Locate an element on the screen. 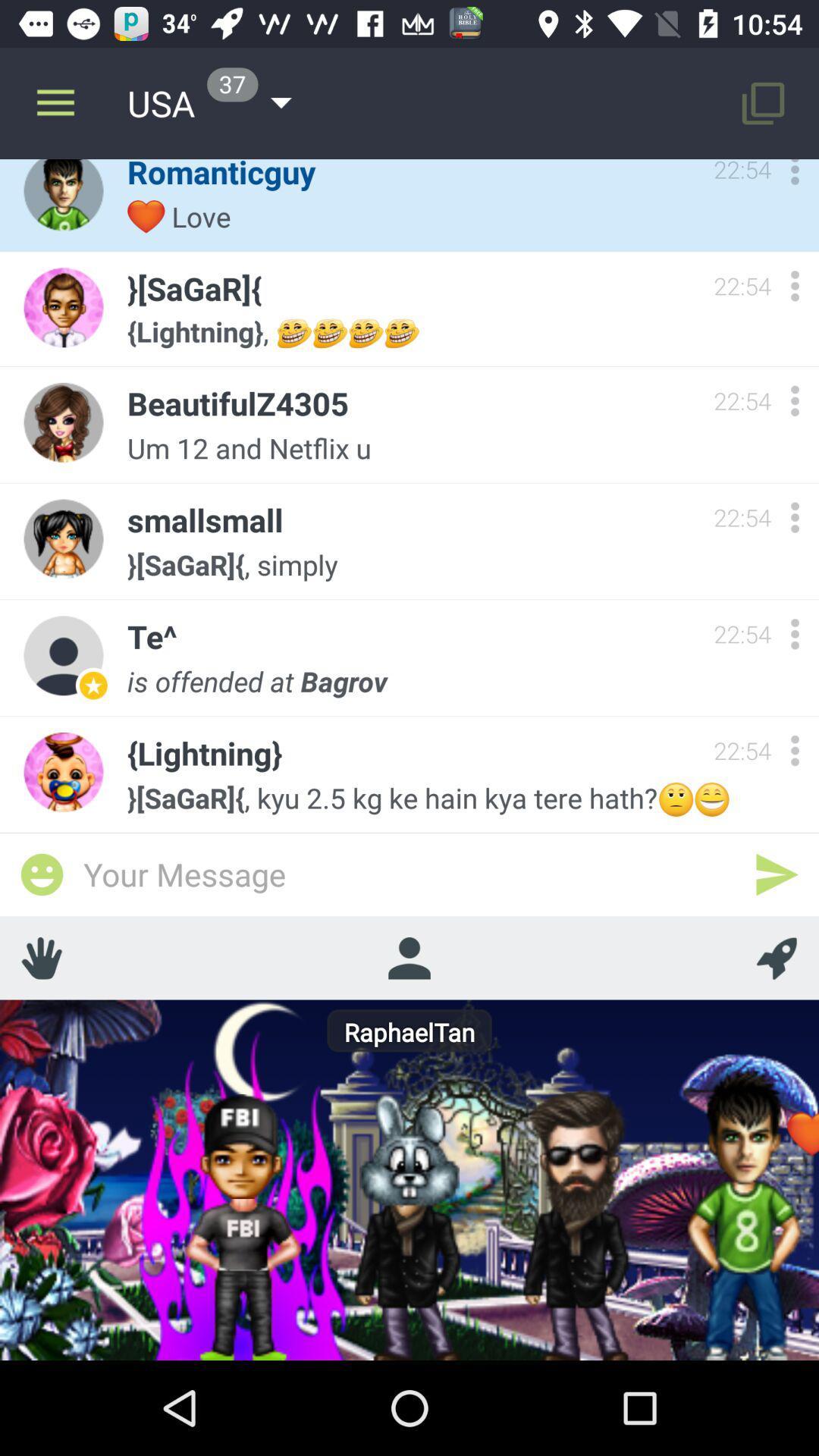 The image size is (819, 1456). see more details for te^ is located at coordinates (794, 634).